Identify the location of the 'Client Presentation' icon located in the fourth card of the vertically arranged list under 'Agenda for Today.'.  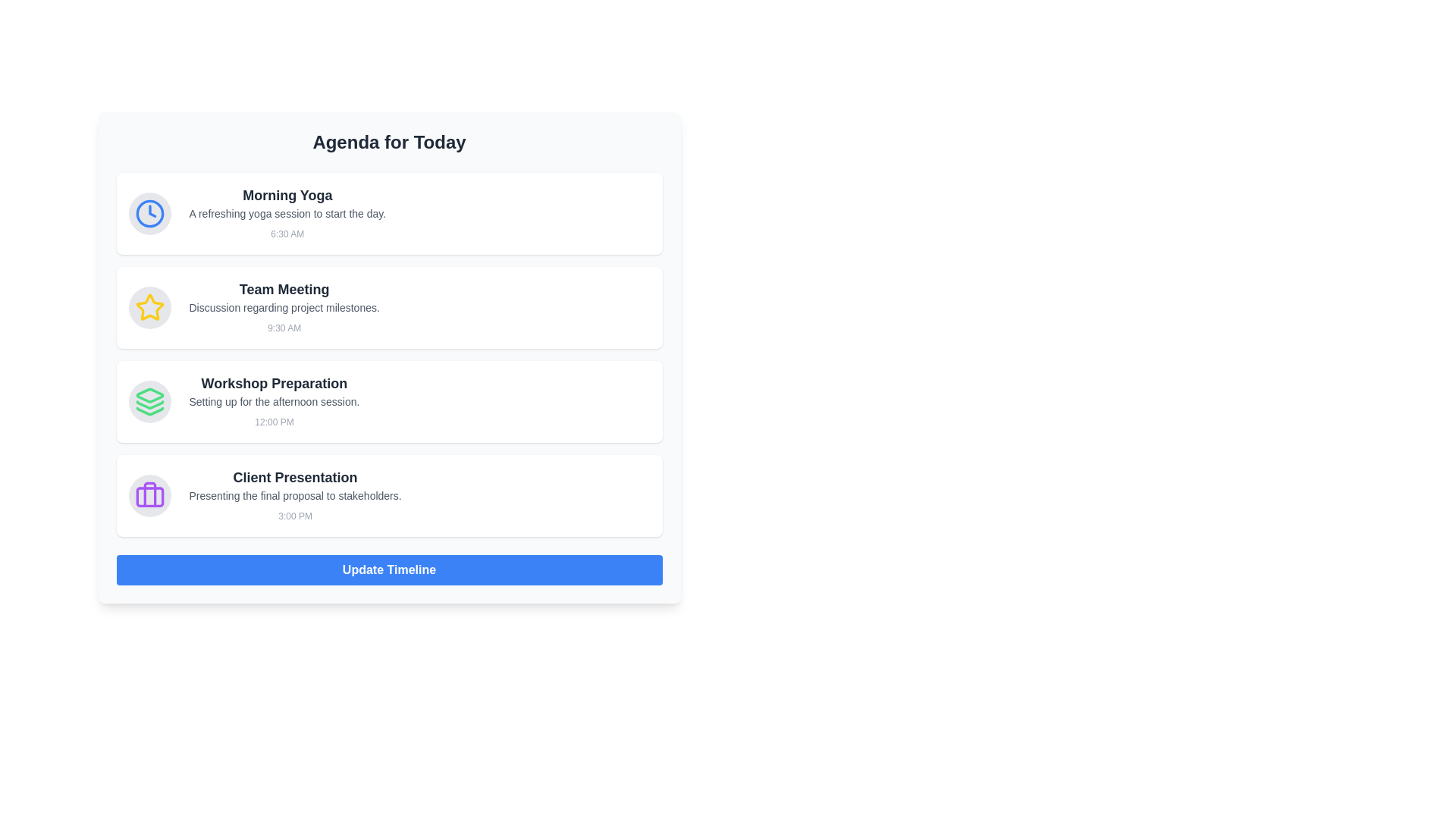
(149, 496).